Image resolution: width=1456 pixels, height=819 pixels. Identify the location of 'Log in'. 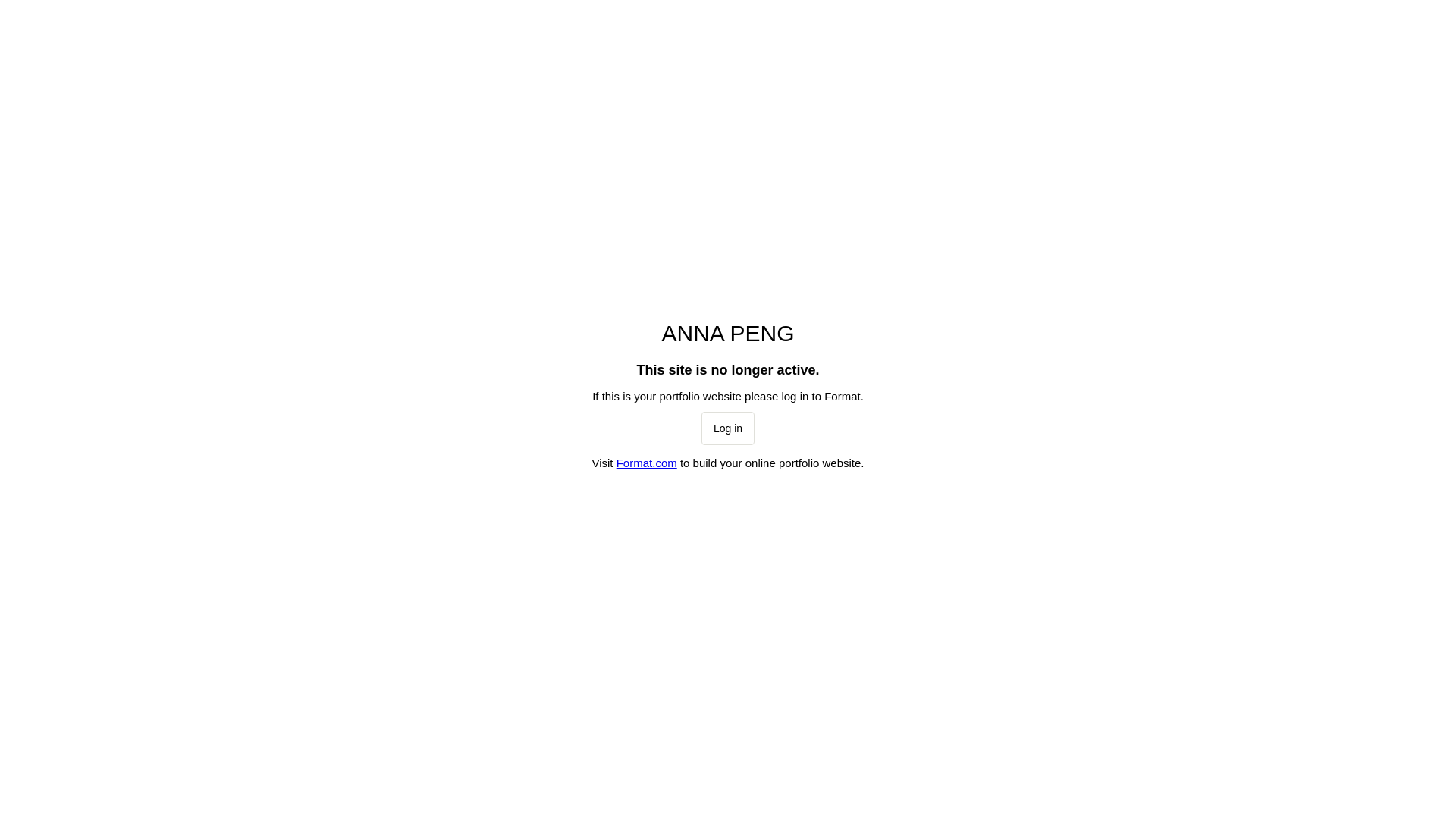
(728, 428).